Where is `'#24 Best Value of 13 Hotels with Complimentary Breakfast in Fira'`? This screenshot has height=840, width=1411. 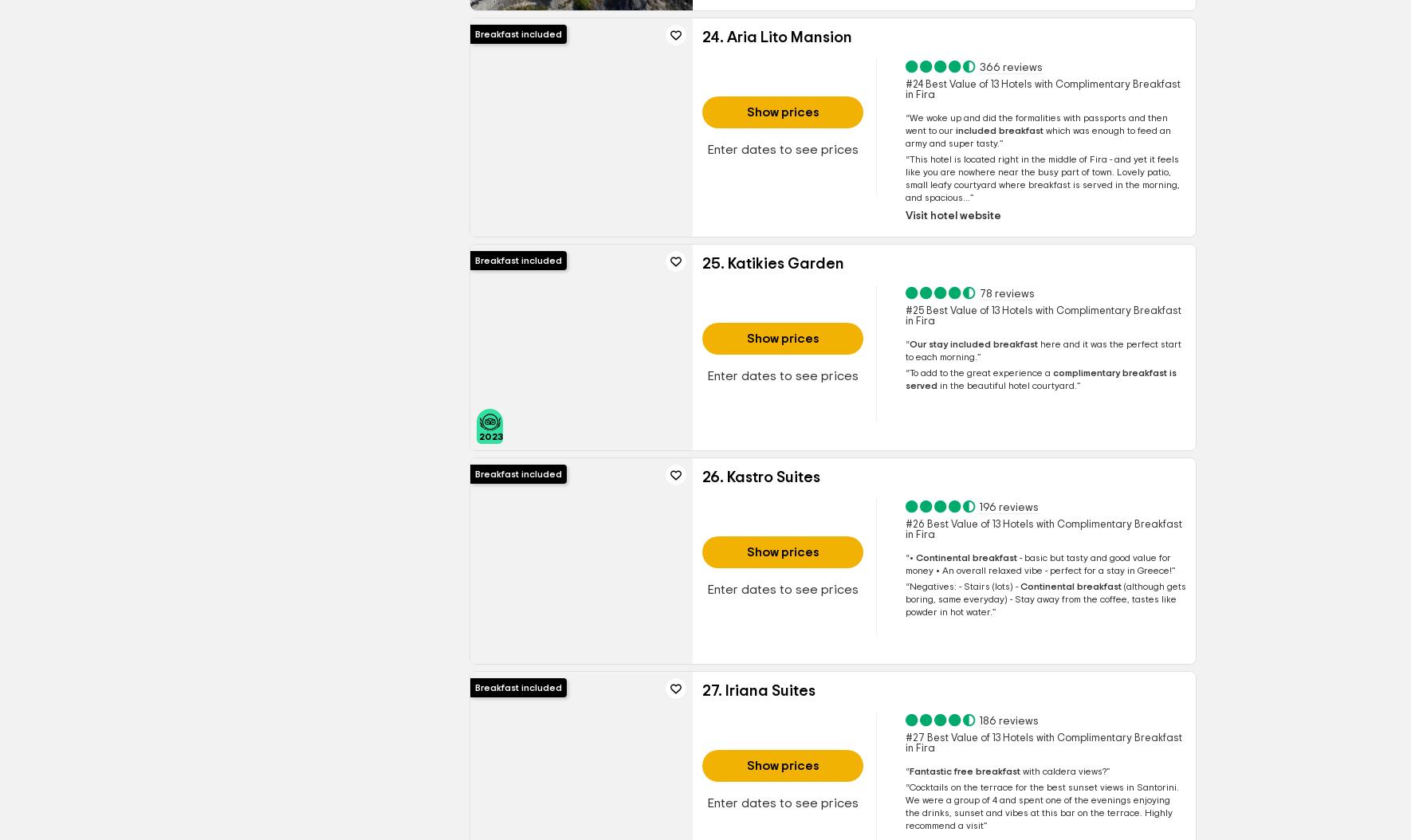
'#24 Best Value of 13 Hotels with Complimentary Breakfast in Fira' is located at coordinates (904, 89).